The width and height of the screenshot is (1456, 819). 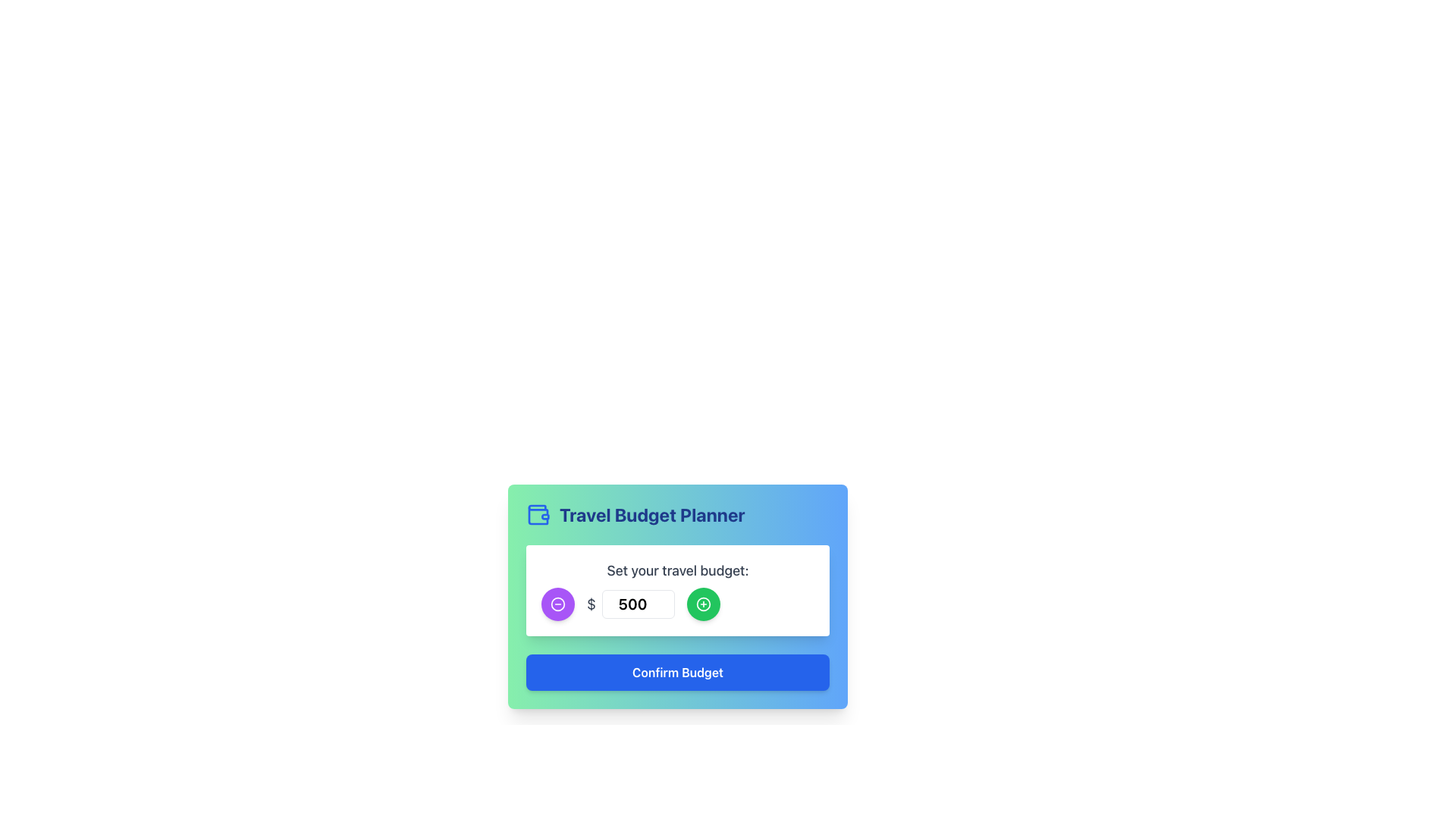 I want to click on the SVG Circle element, which is a circular outline inside a green button with a plus sign, located on the right side of the input row in the 'Travel Budget Planner' modal dialog, so click(x=702, y=604).